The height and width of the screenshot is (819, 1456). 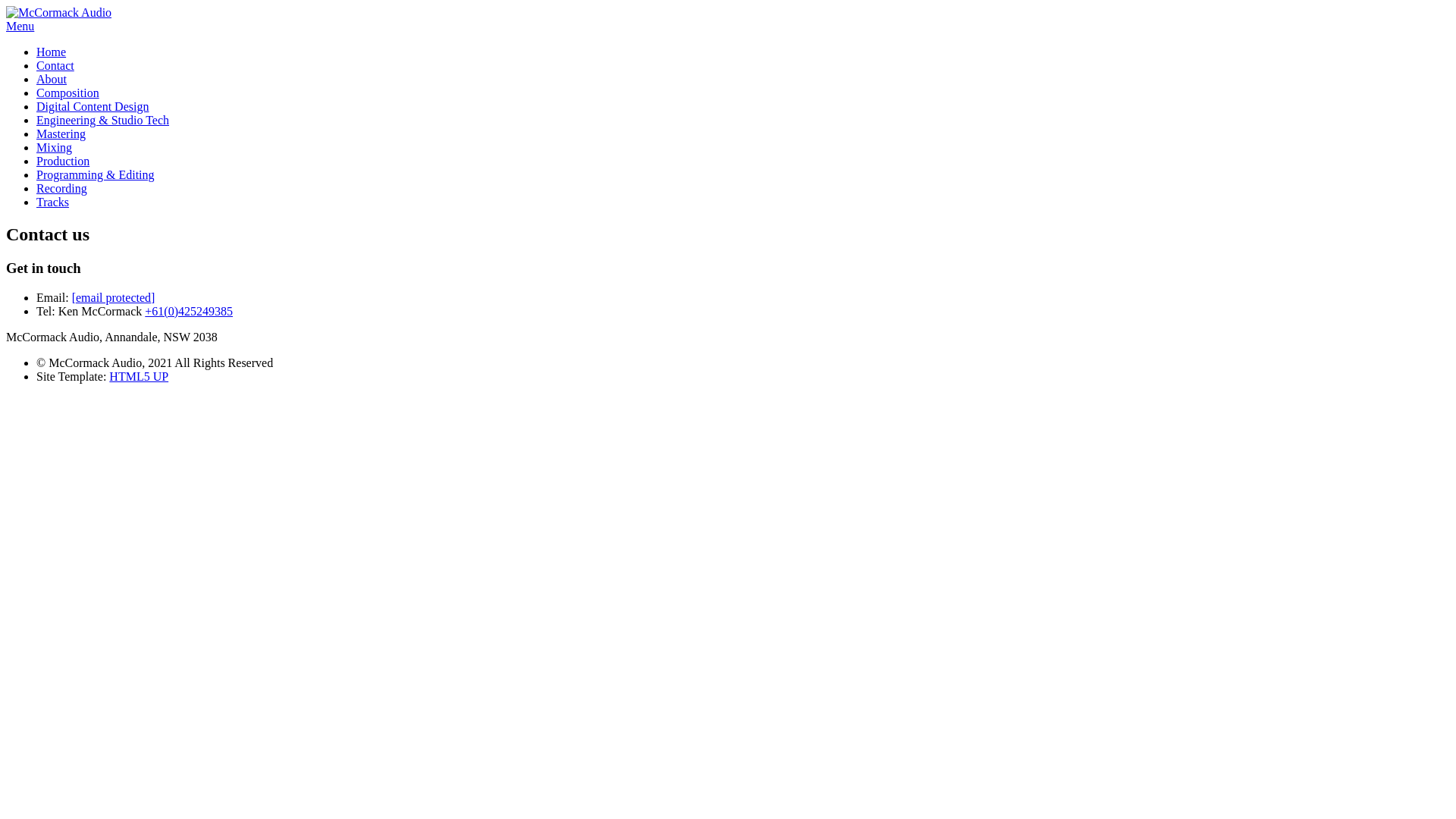 What do you see at coordinates (67, 93) in the screenshot?
I see `'Composition'` at bounding box center [67, 93].